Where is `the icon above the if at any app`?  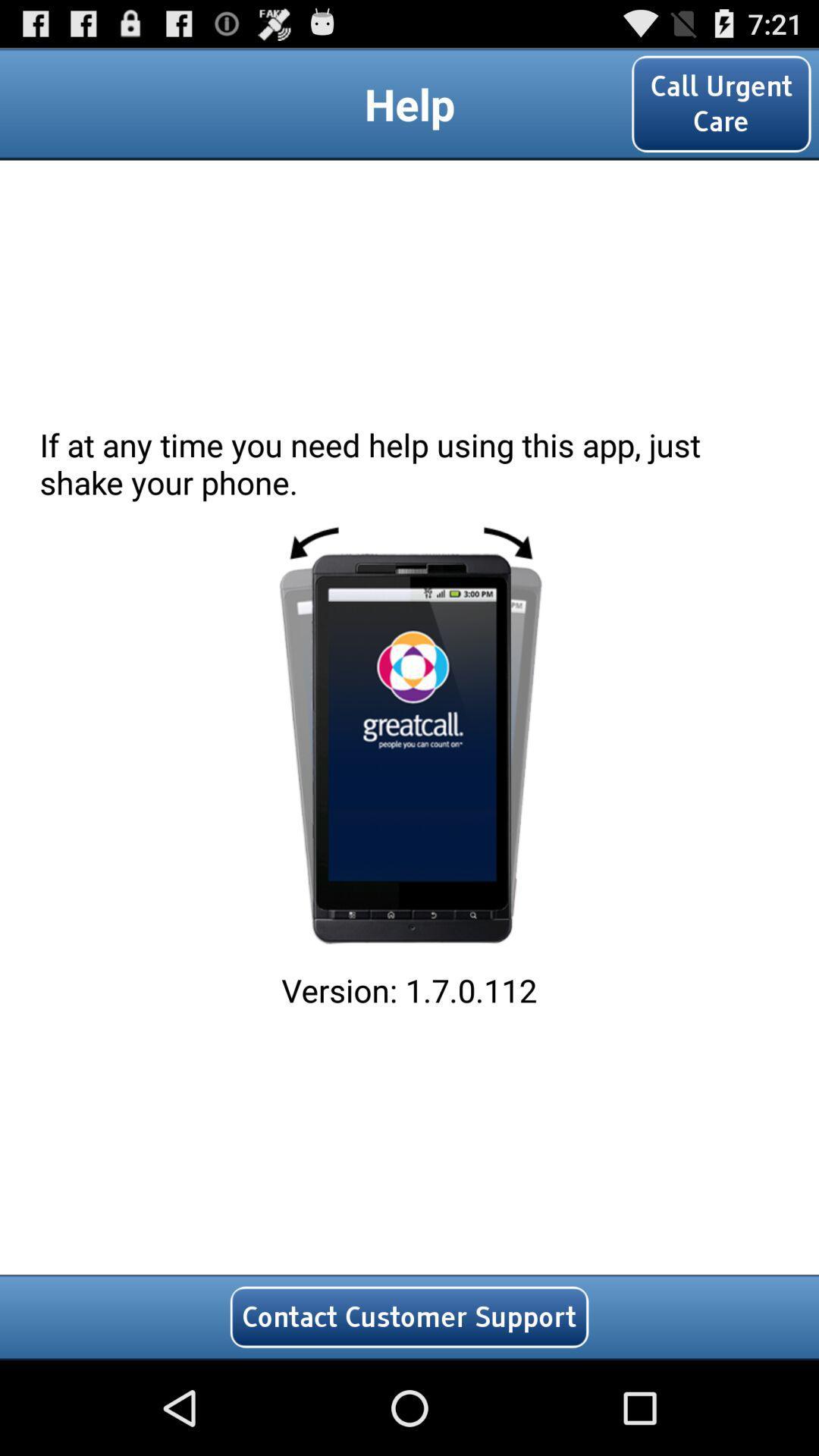 the icon above the if at any app is located at coordinates (720, 103).